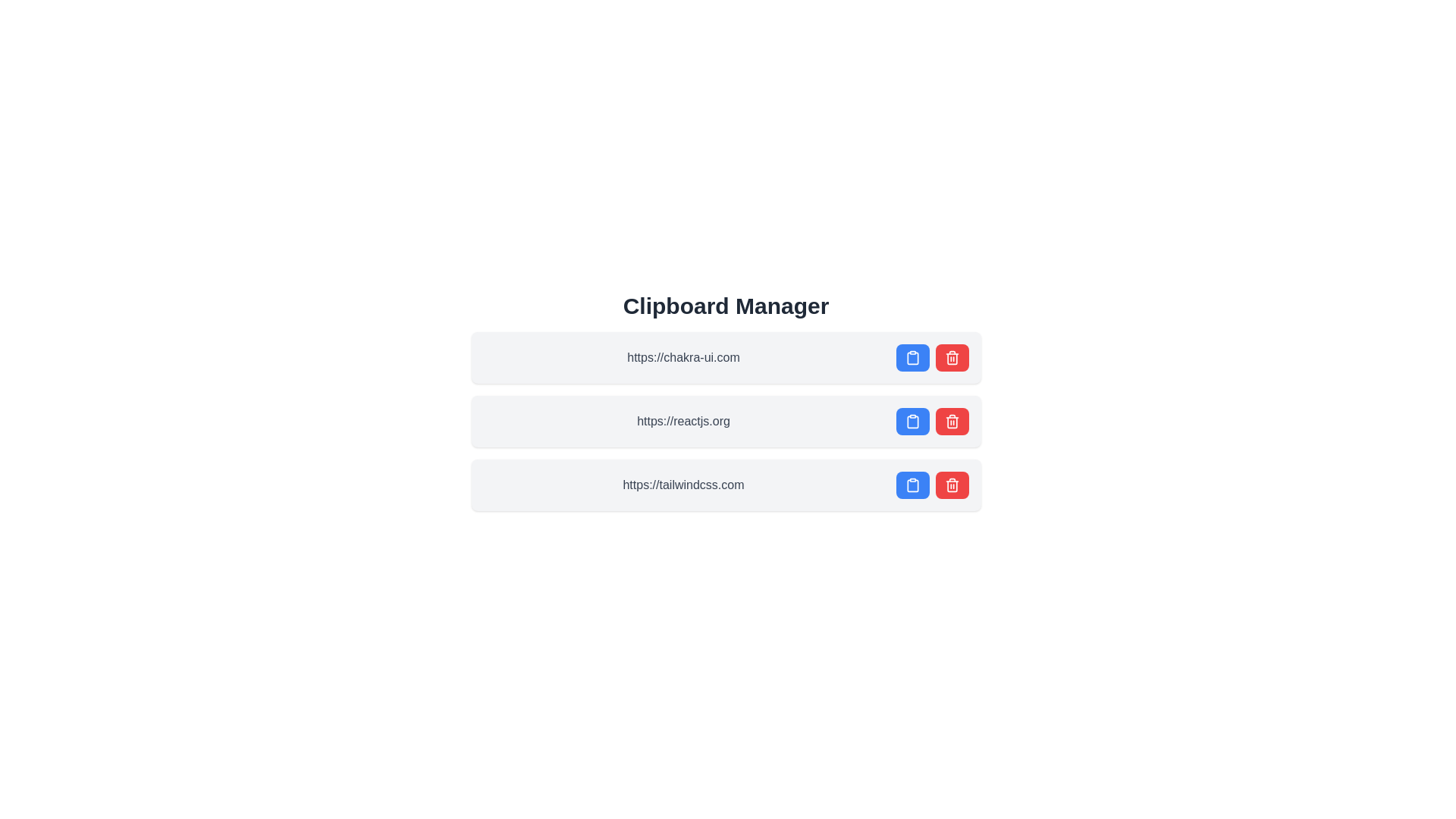 The width and height of the screenshot is (1456, 819). What do you see at coordinates (682, 421) in the screenshot?
I see `the Text label displaying a URL in the Clipboard Manager interface` at bounding box center [682, 421].